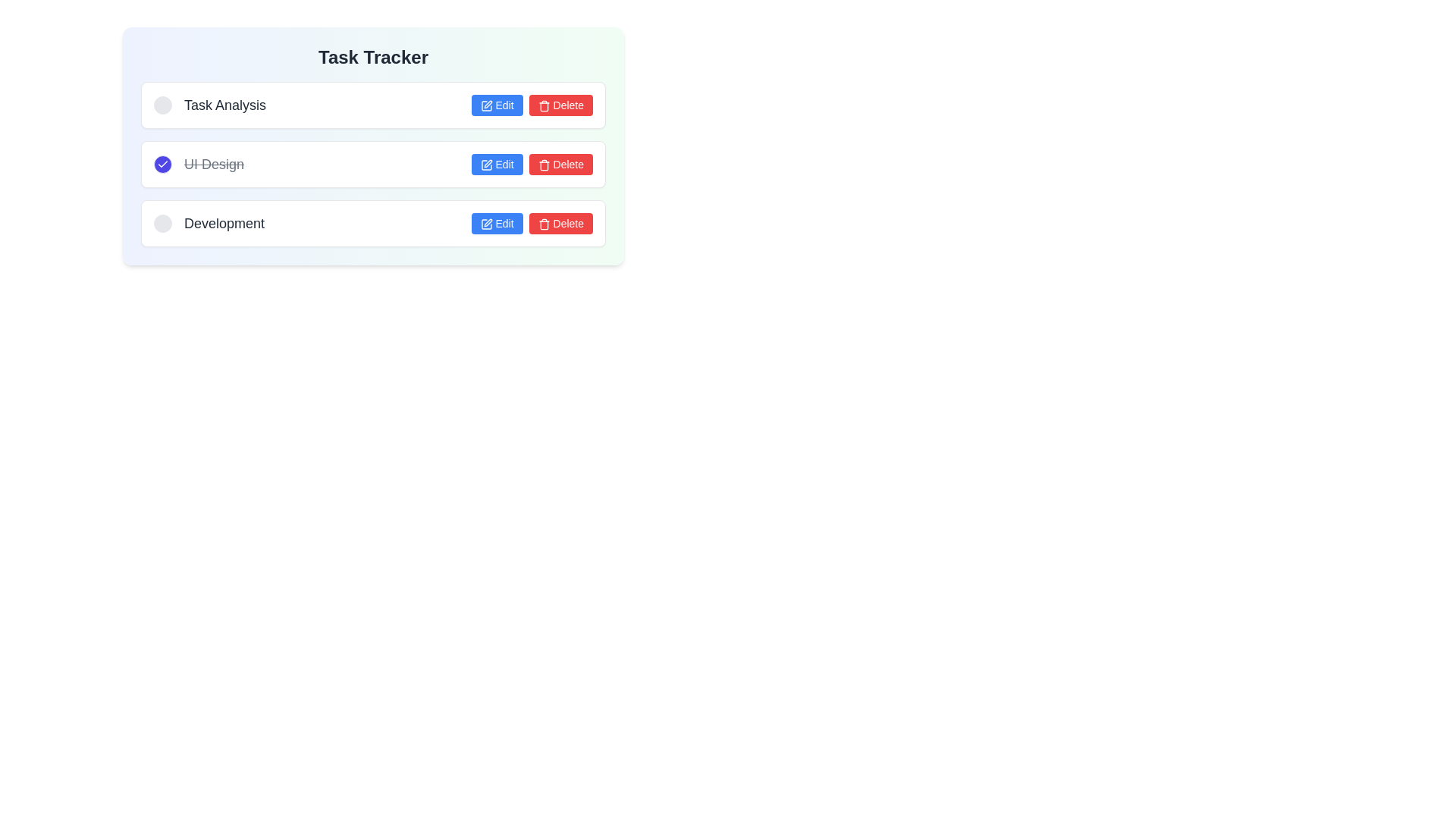  I want to click on the trash icon located inside the red 'Delete' button on the right-hand side of the task list entry labeled 'UI Design', so click(544, 105).